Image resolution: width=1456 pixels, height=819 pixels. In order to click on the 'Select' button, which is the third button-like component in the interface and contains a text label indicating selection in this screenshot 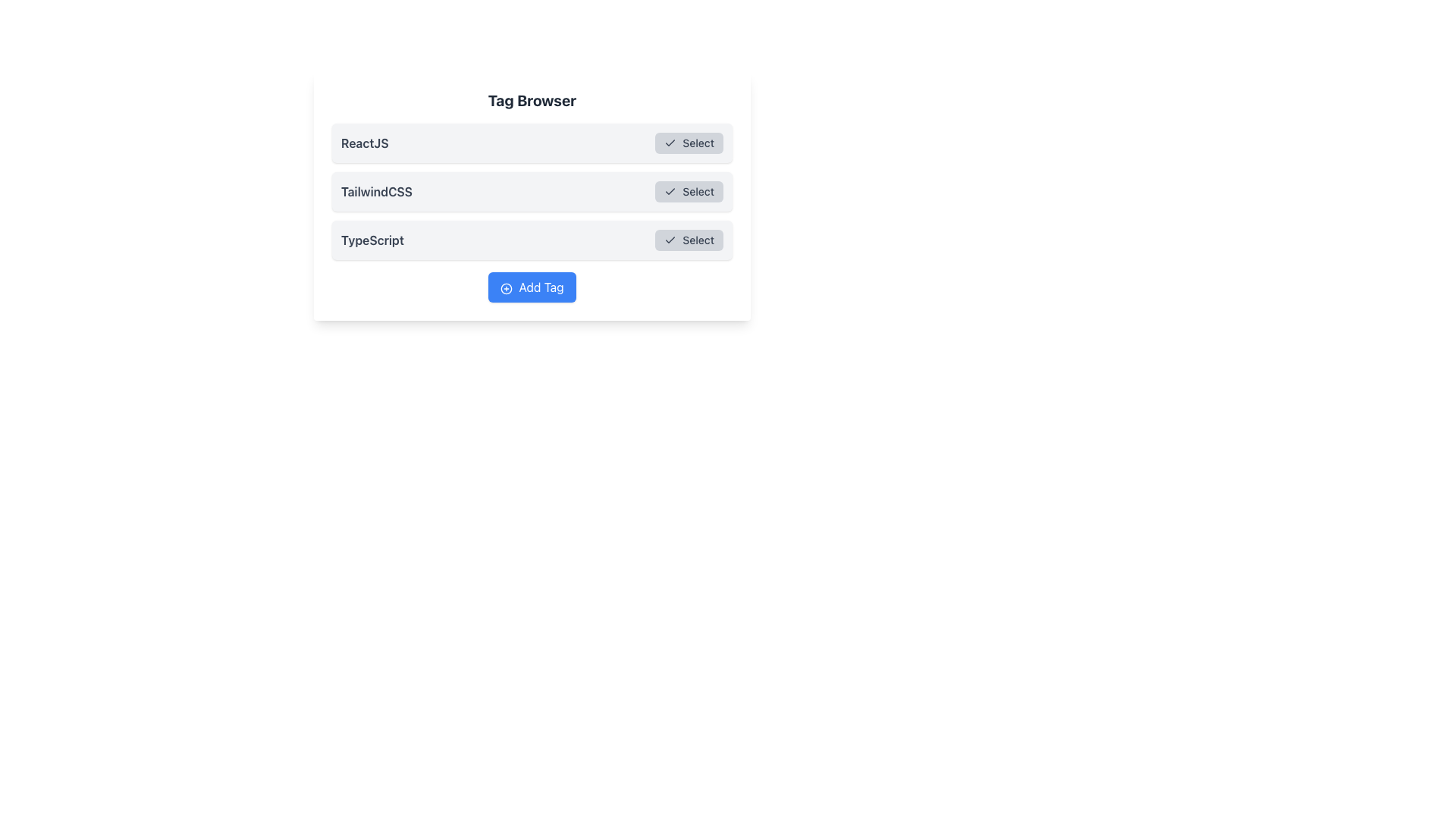, I will do `click(698, 239)`.